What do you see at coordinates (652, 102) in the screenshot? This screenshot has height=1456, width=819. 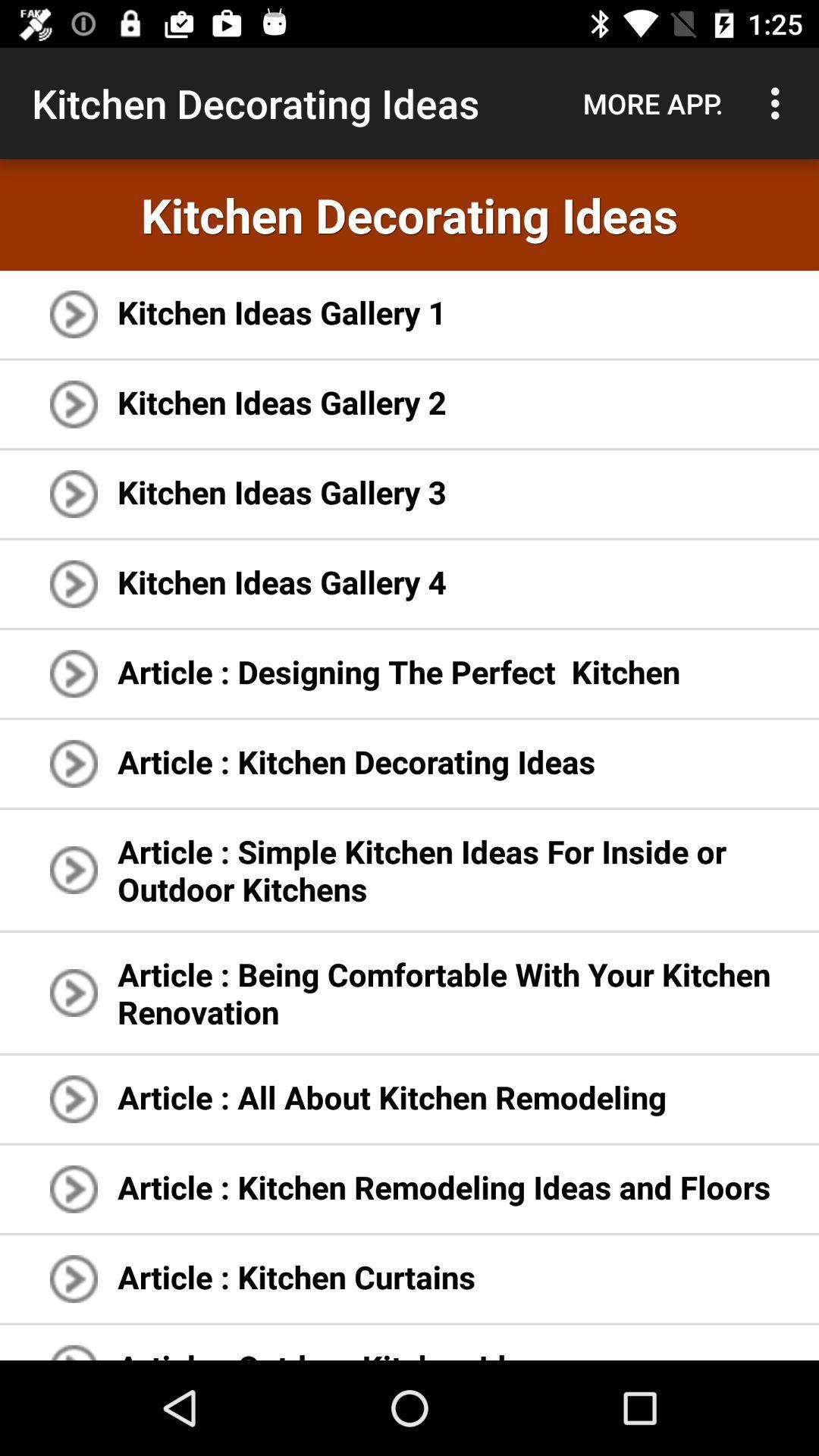 I see `item next to kitchen decorating ideas item` at bounding box center [652, 102].